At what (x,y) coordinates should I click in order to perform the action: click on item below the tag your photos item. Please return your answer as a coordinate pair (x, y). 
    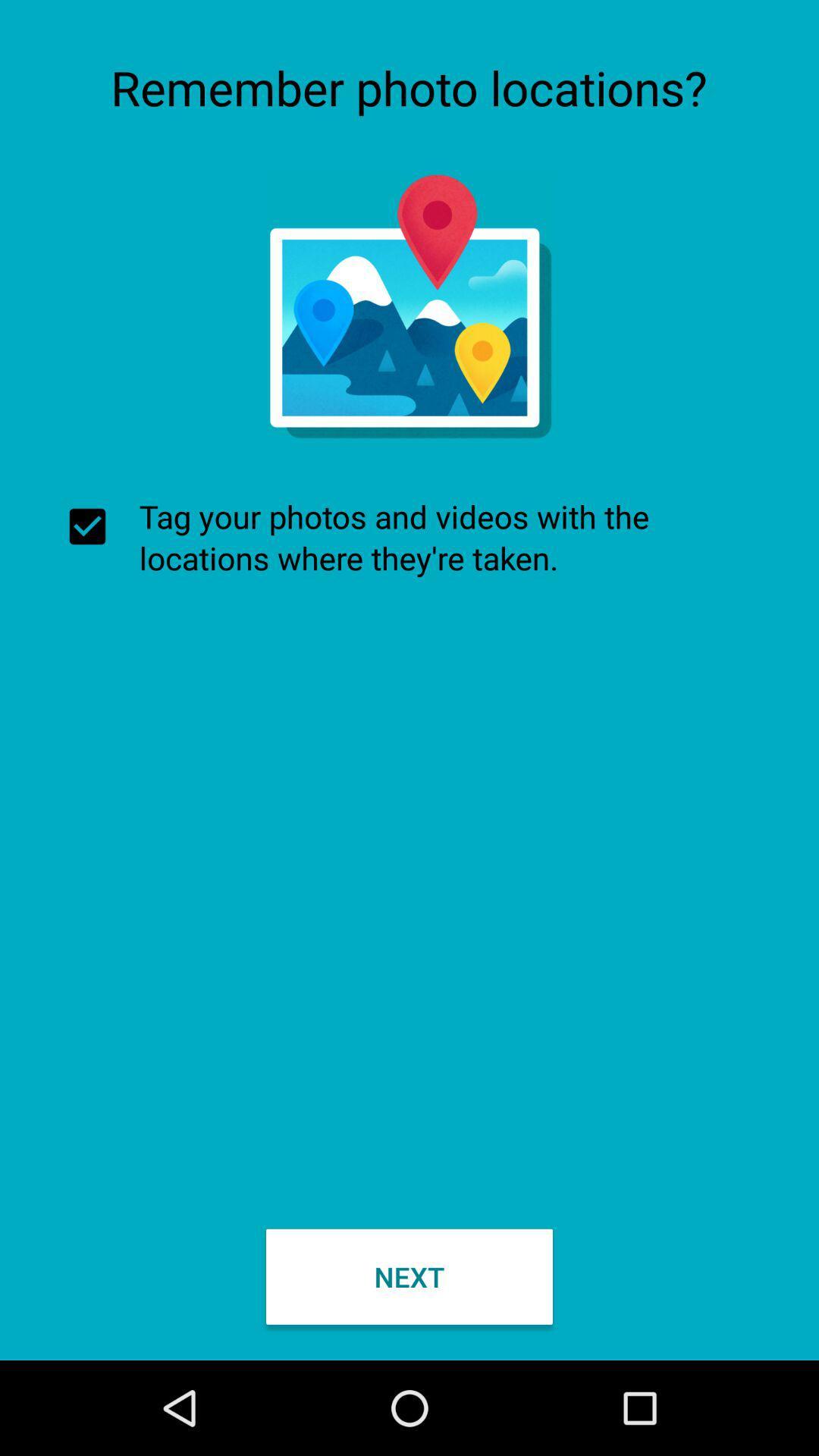
    Looking at the image, I should click on (409, 1276).